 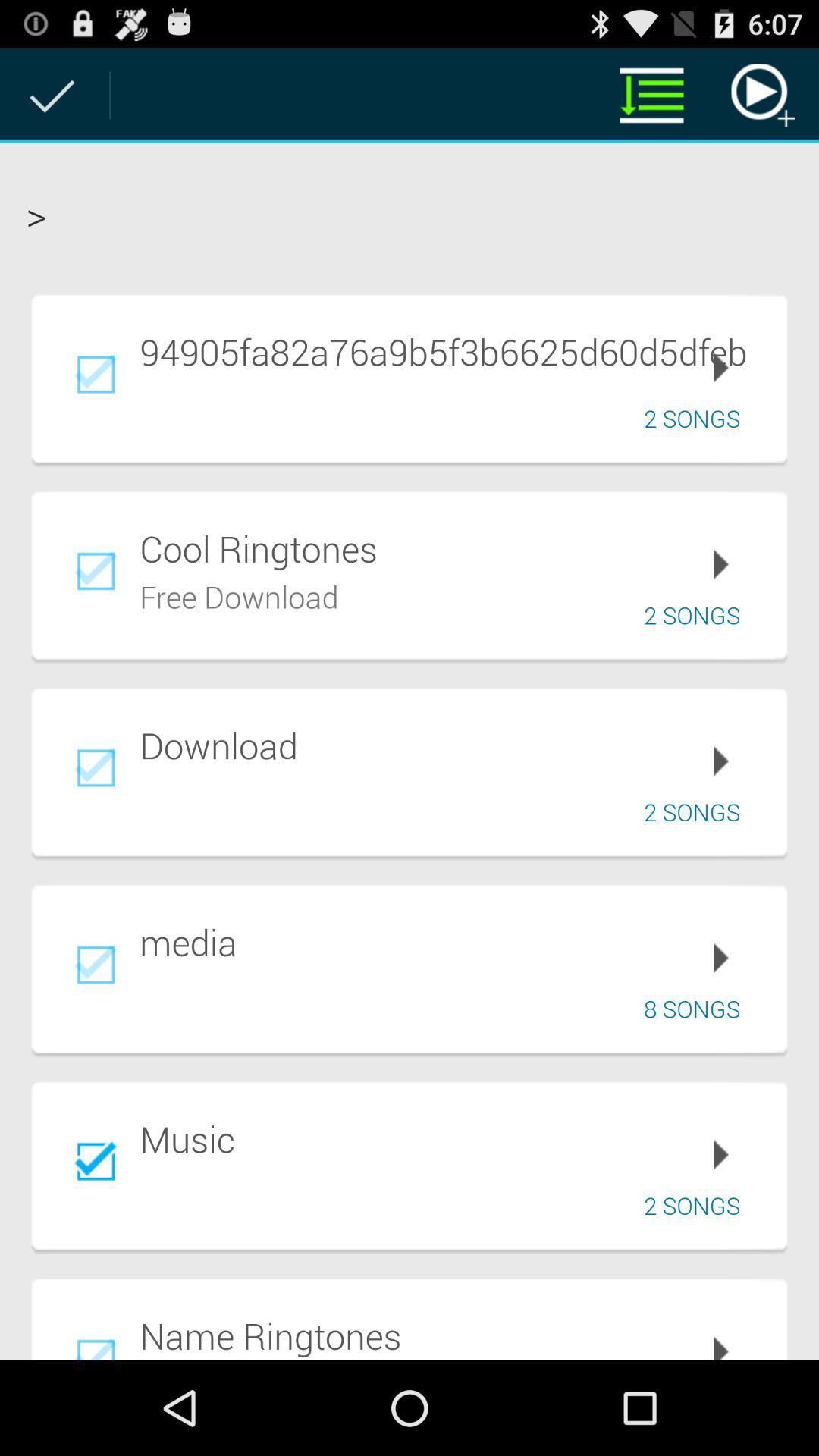 I want to click on the >, so click(x=409, y=212).